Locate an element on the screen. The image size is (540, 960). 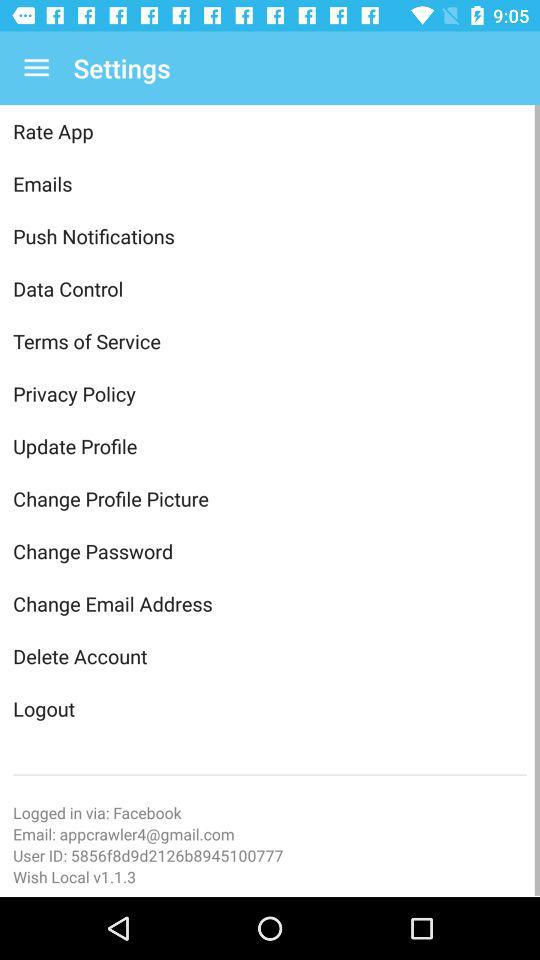
the logout item is located at coordinates (270, 708).